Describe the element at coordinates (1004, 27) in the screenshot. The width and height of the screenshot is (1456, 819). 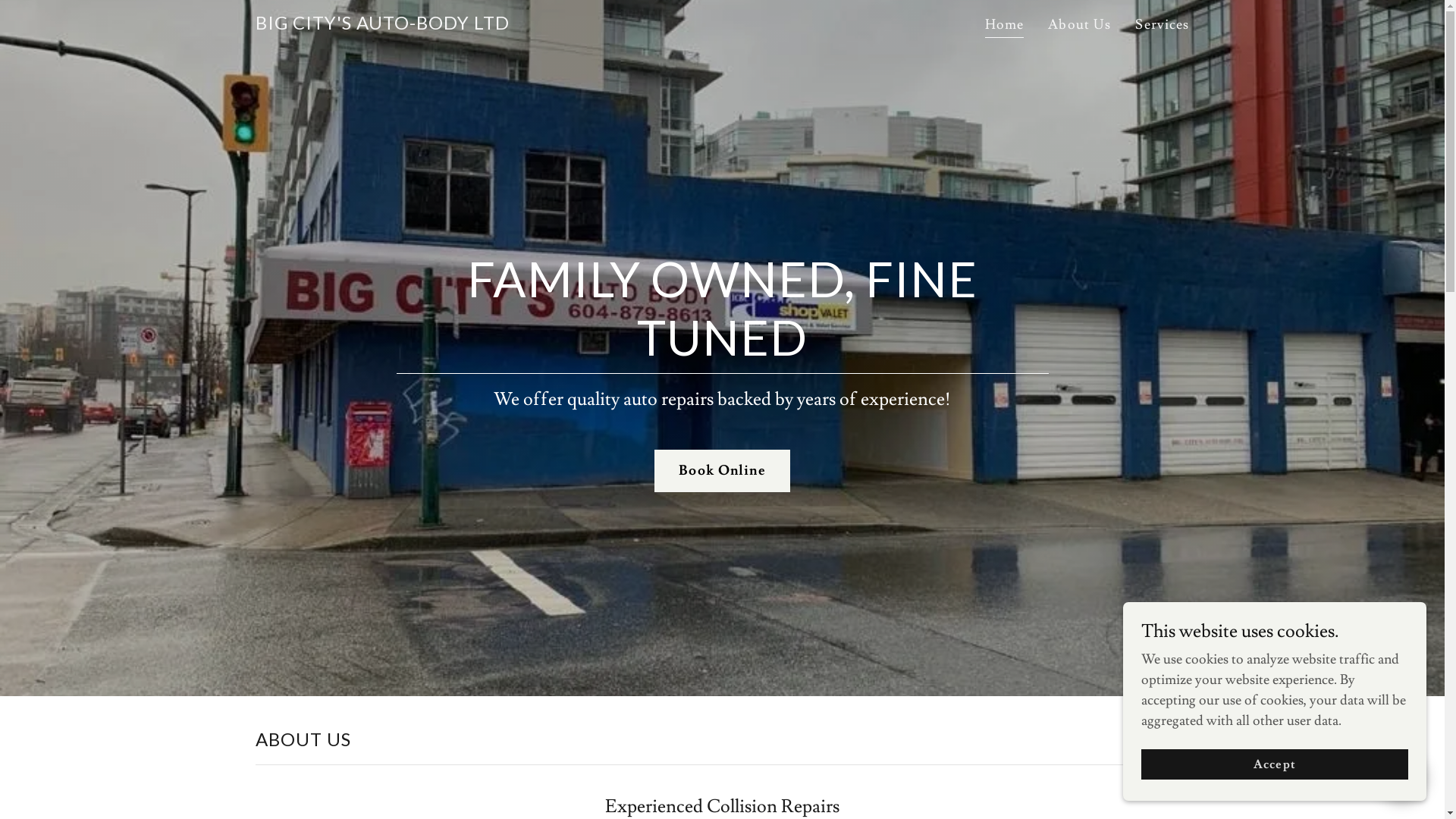
I see `'Home'` at that location.